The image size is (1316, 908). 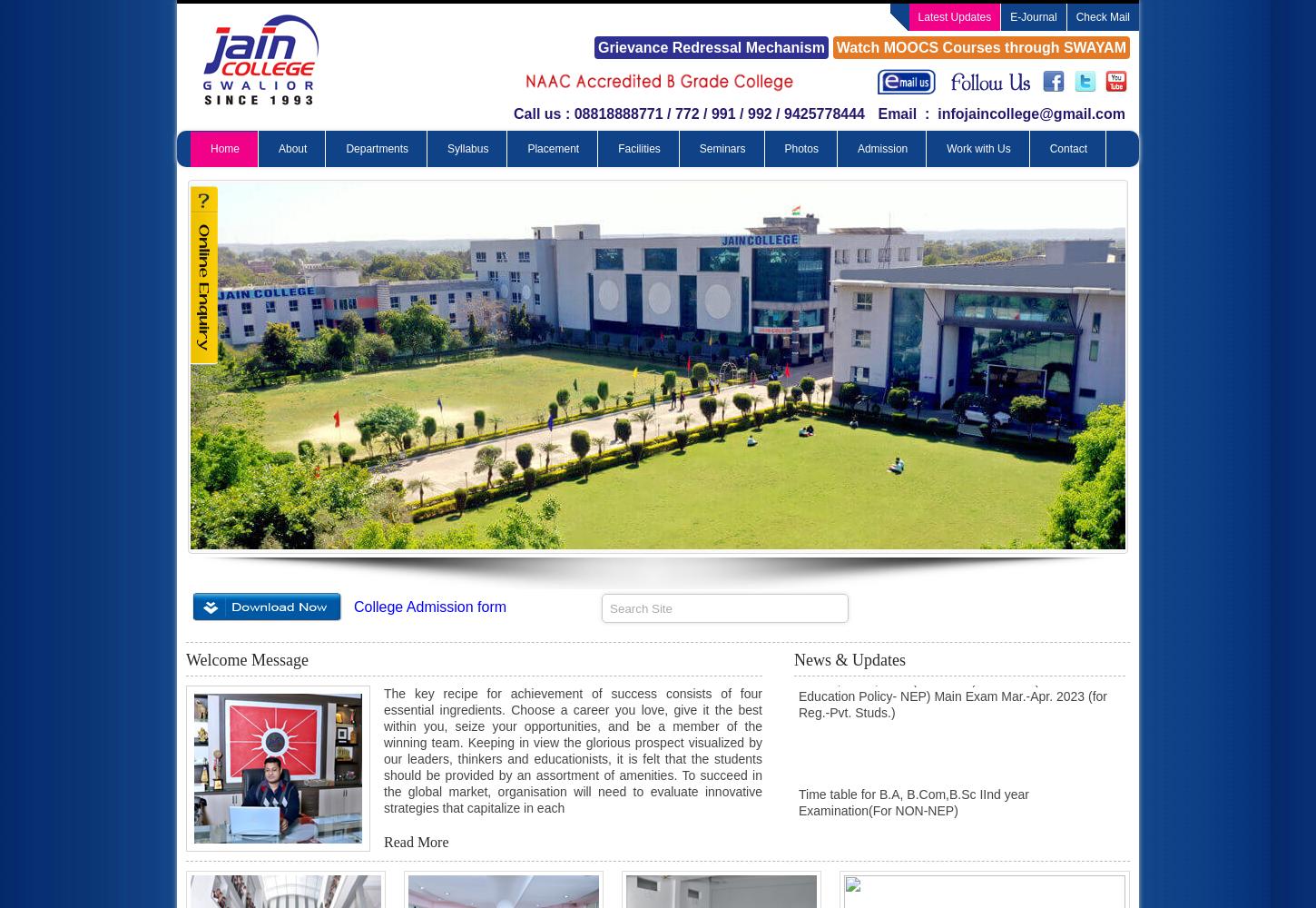 What do you see at coordinates (247, 659) in the screenshot?
I see `'Welcome Message'` at bounding box center [247, 659].